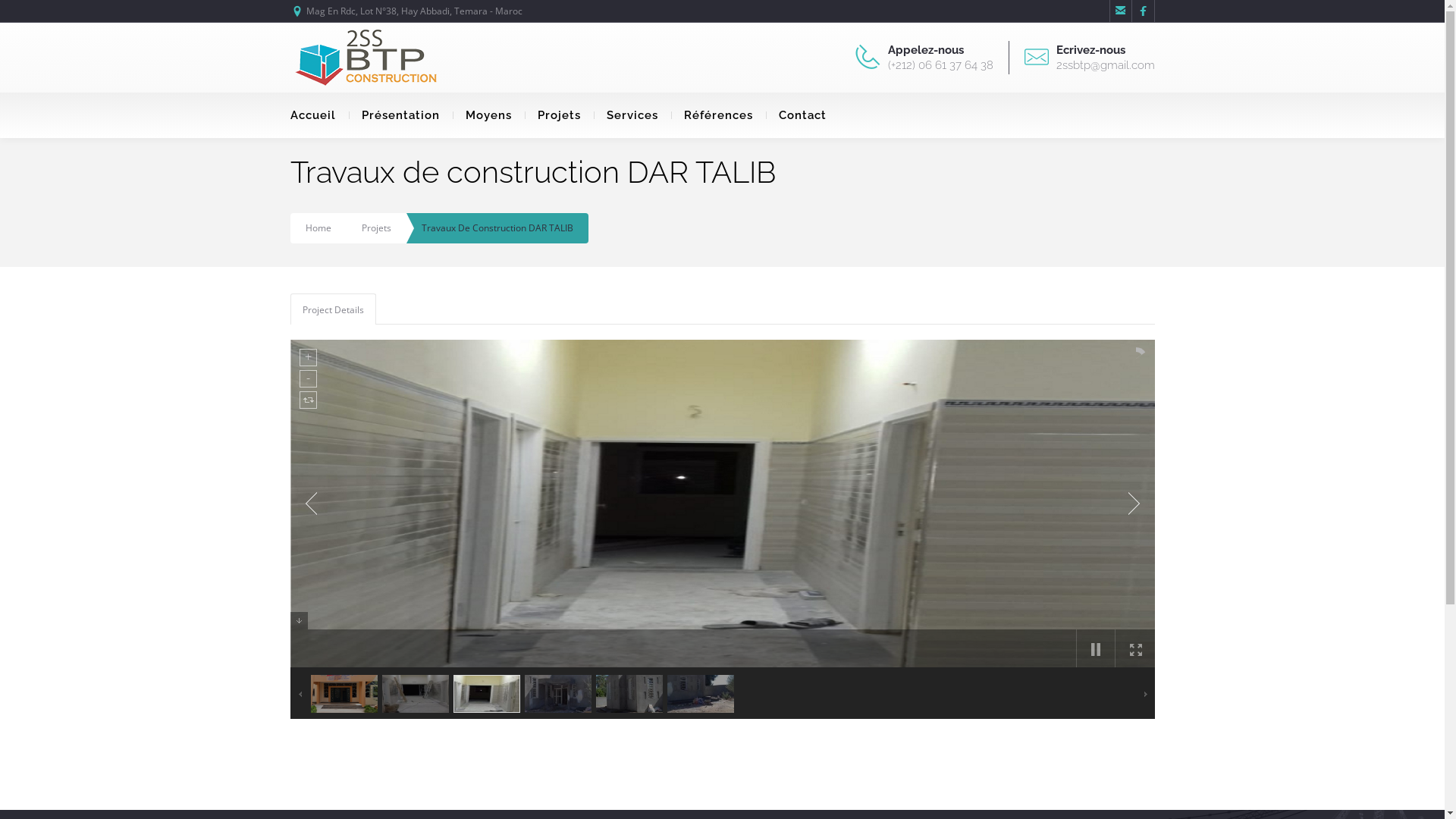 This screenshot has height=819, width=1456. What do you see at coordinates (488, 114) in the screenshot?
I see `'Moyens'` at bounding box center [488, 114].